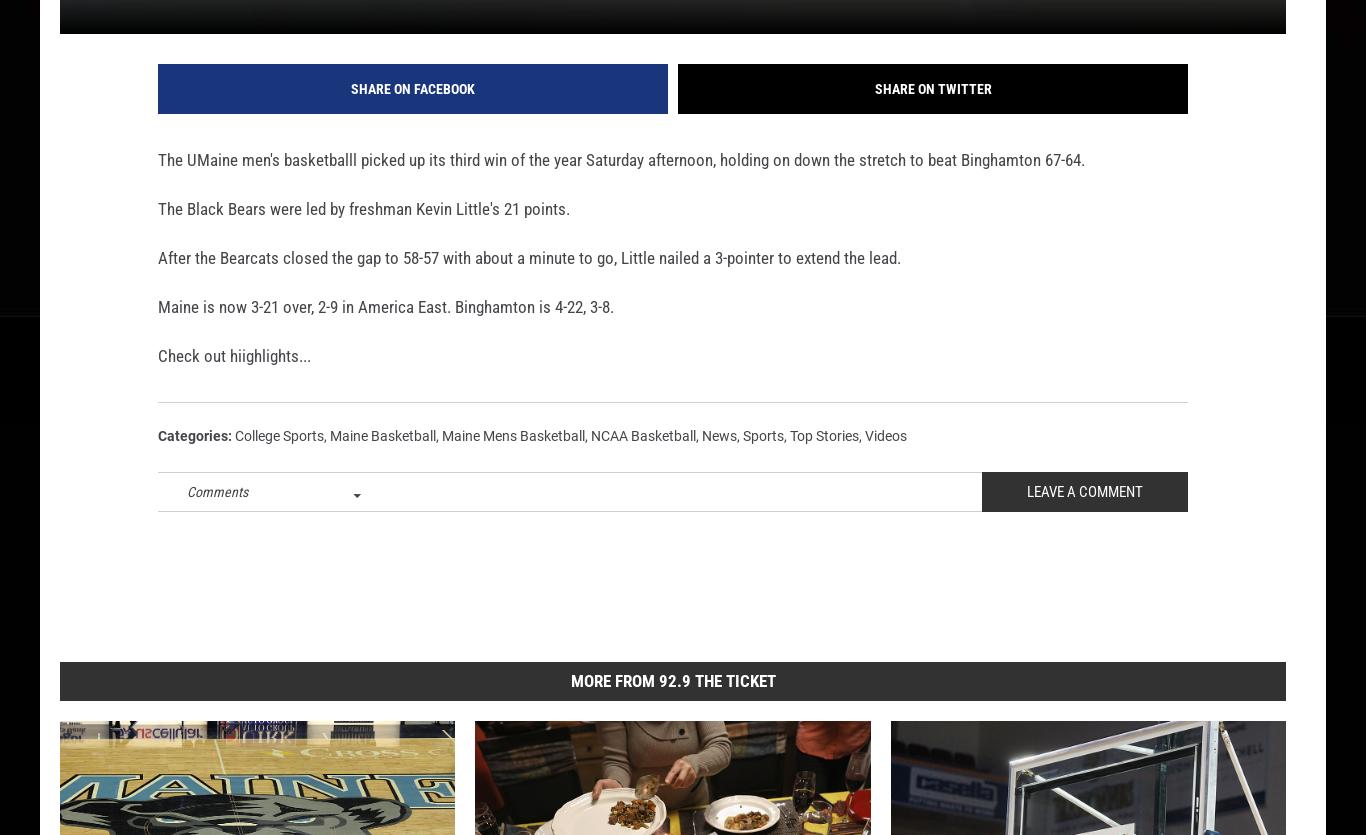  I want to click on 'NCAA Basketball', so click(642, 467).